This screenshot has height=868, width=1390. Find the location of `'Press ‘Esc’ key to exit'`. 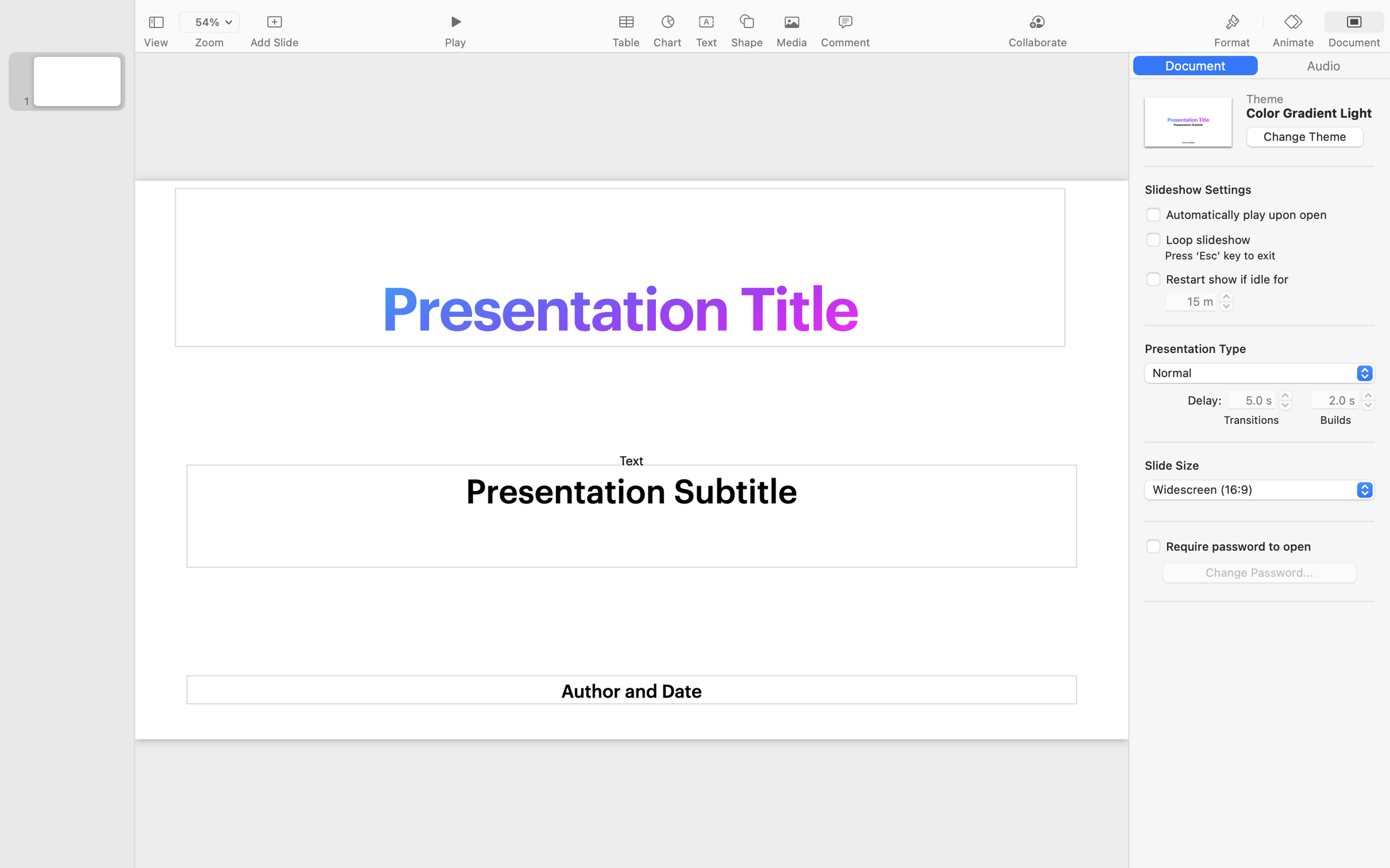

'Press ‘Esc’ key to exit' is located at coordinates (1219, 255).